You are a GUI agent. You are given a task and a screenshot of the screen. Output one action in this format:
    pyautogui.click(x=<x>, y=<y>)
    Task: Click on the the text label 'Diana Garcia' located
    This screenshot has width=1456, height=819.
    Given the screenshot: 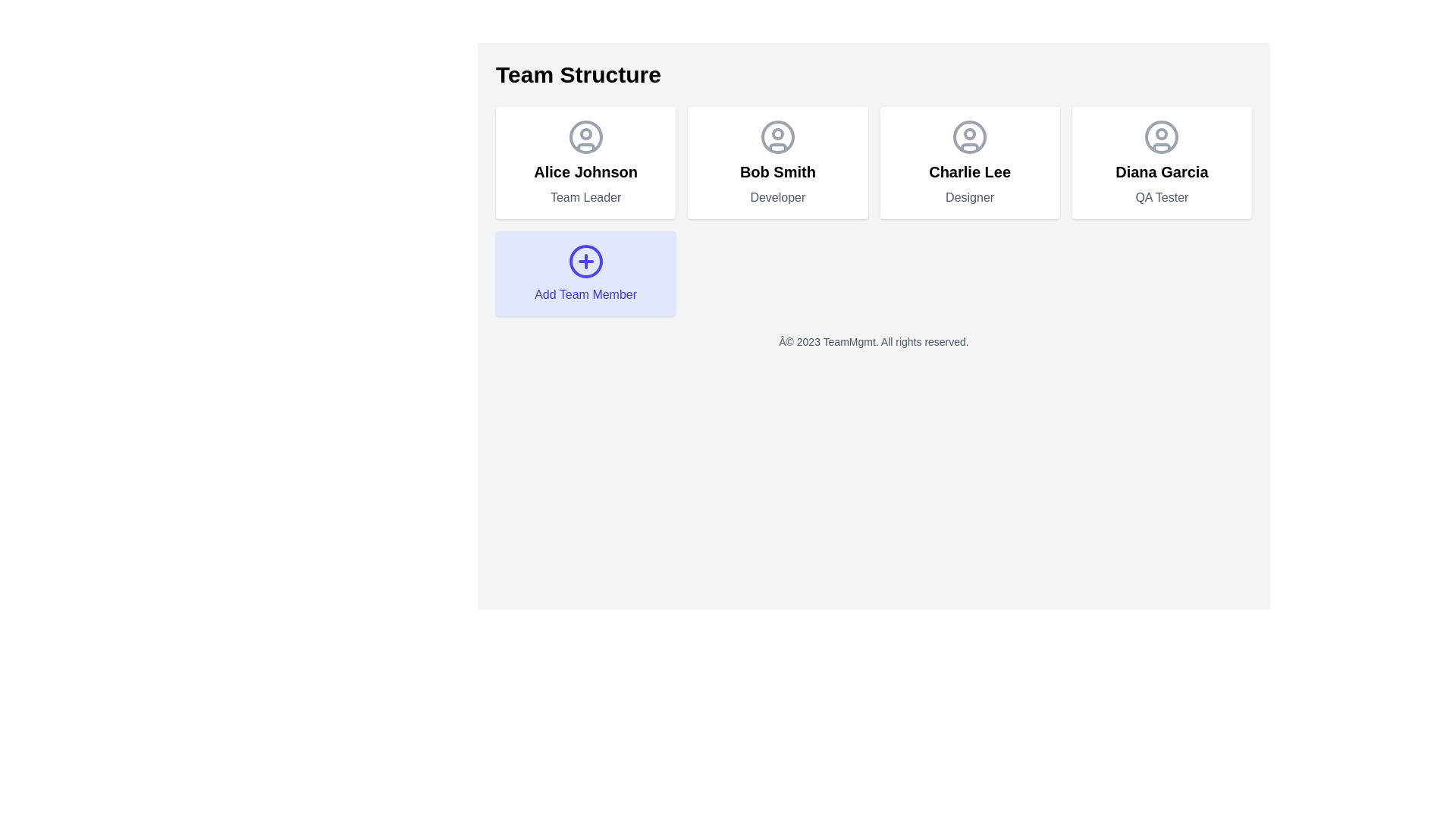 What is the action you would take?
    pyautogui.click(x=1161, y=171)
    